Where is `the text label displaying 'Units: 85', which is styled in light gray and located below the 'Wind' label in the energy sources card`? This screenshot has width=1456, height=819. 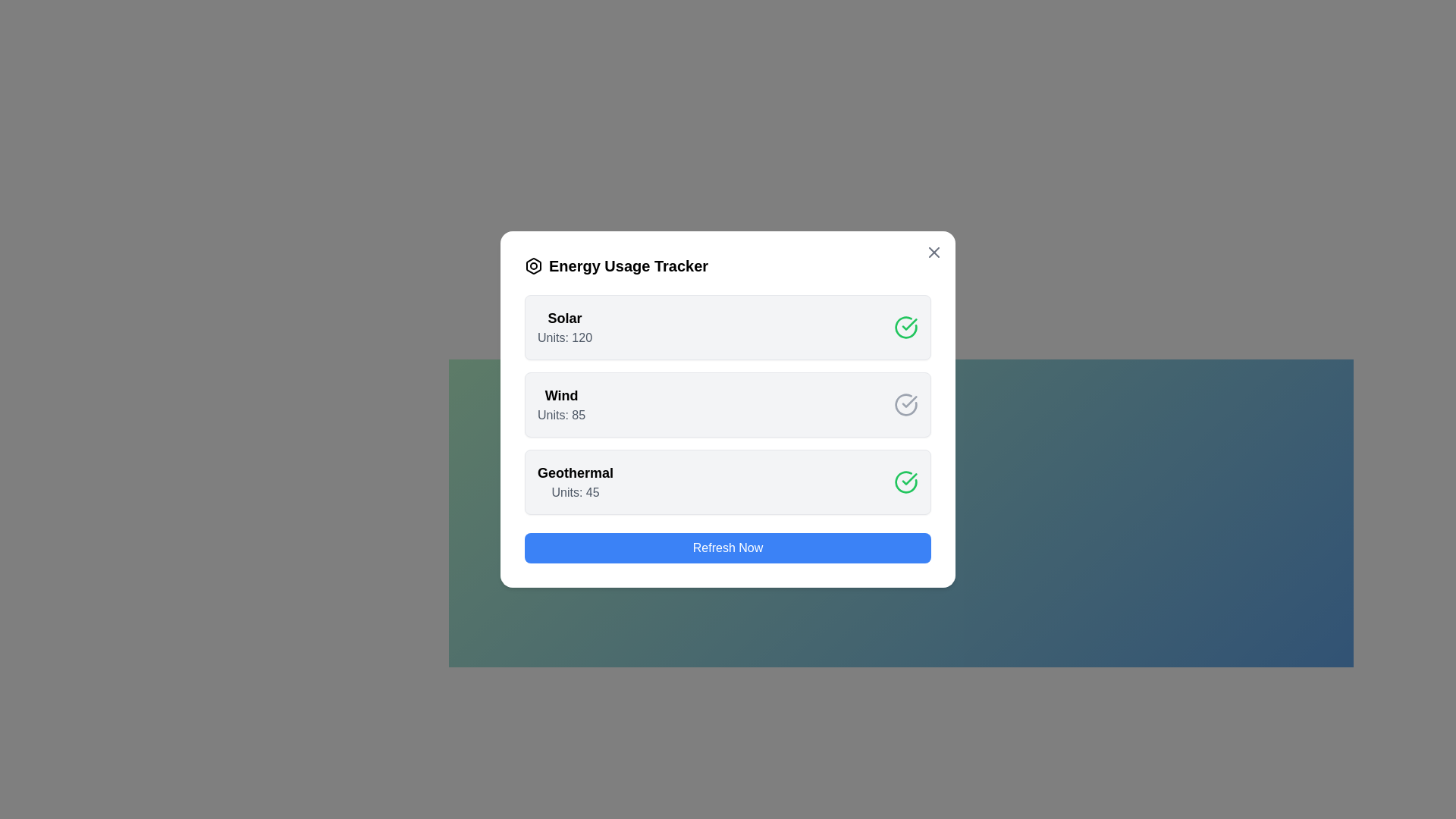
the text label displaying 'Units: 85', which is styled in light gray and located below the 'Wind' label in the energy sources card is located at coordinates (560, 415).